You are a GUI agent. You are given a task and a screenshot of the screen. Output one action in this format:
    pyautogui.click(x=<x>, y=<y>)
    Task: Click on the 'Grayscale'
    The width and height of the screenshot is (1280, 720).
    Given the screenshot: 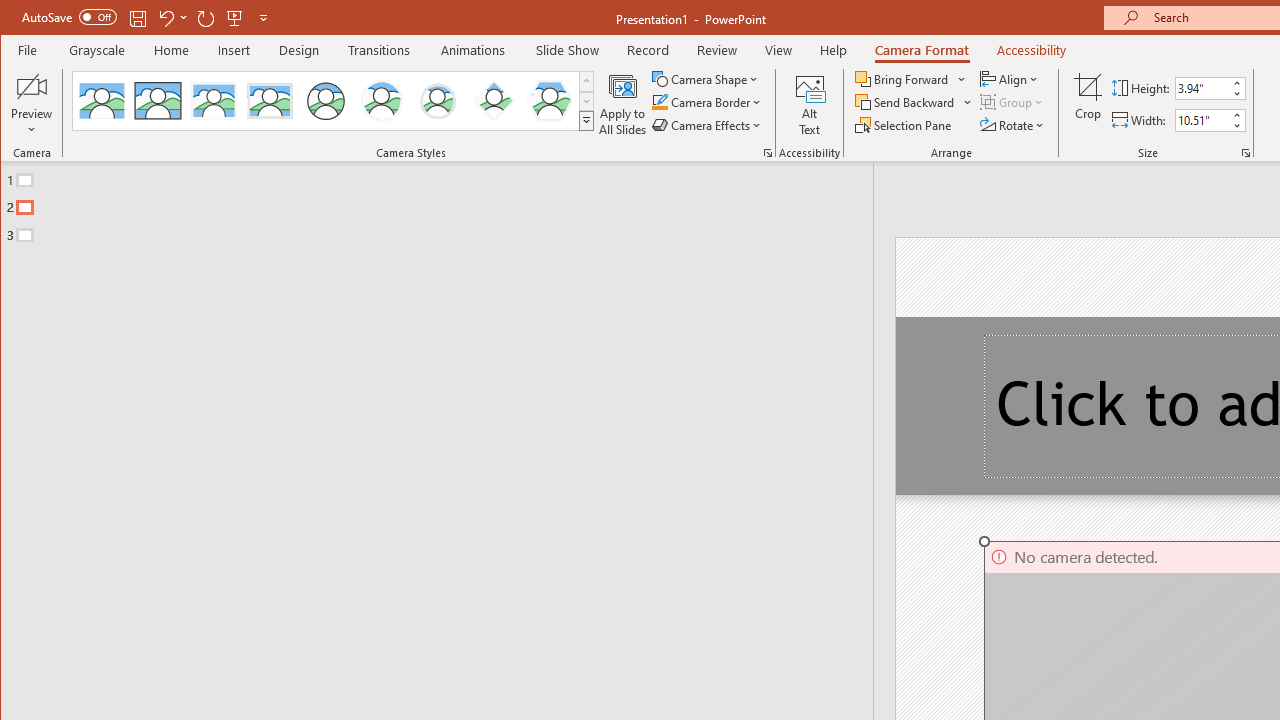 What is the action you would take?
    pyautogui.click(x=96, y=49)
    